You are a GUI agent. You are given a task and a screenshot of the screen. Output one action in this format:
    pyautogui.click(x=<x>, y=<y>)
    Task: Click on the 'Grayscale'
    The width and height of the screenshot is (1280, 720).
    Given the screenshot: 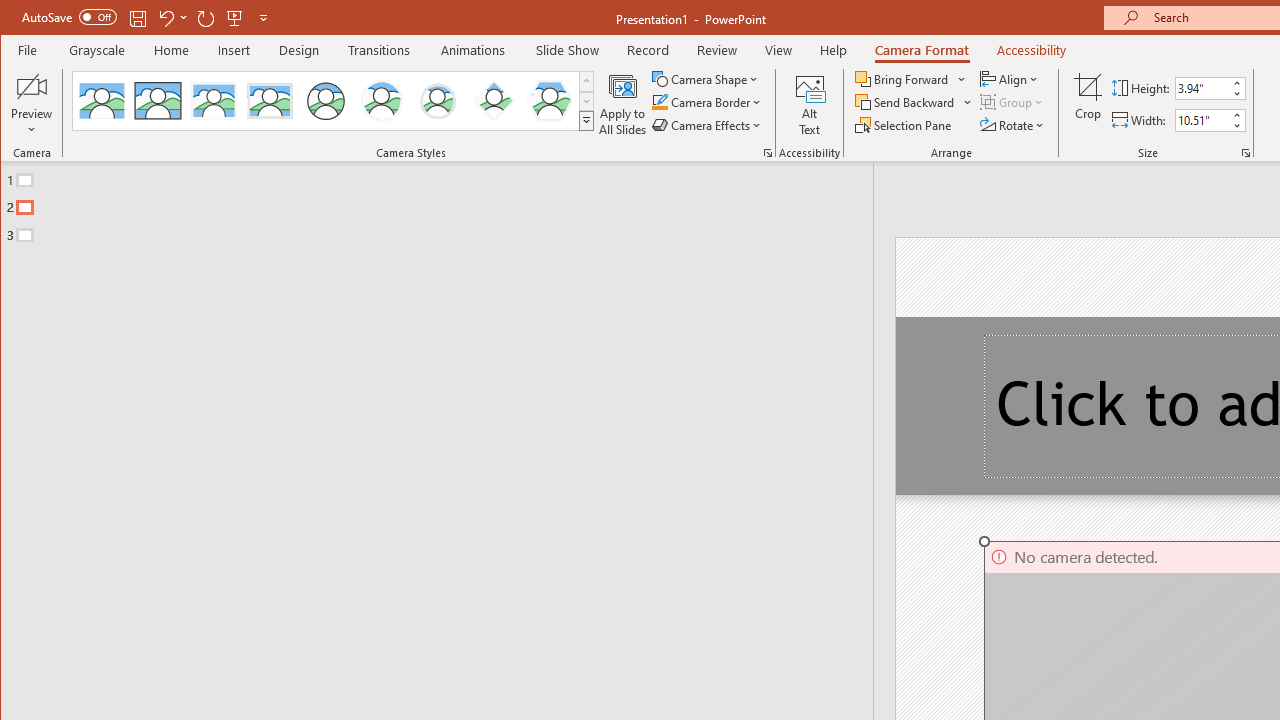 What is the action you would take?
    pyautogui.click(x=96, y=49)
    